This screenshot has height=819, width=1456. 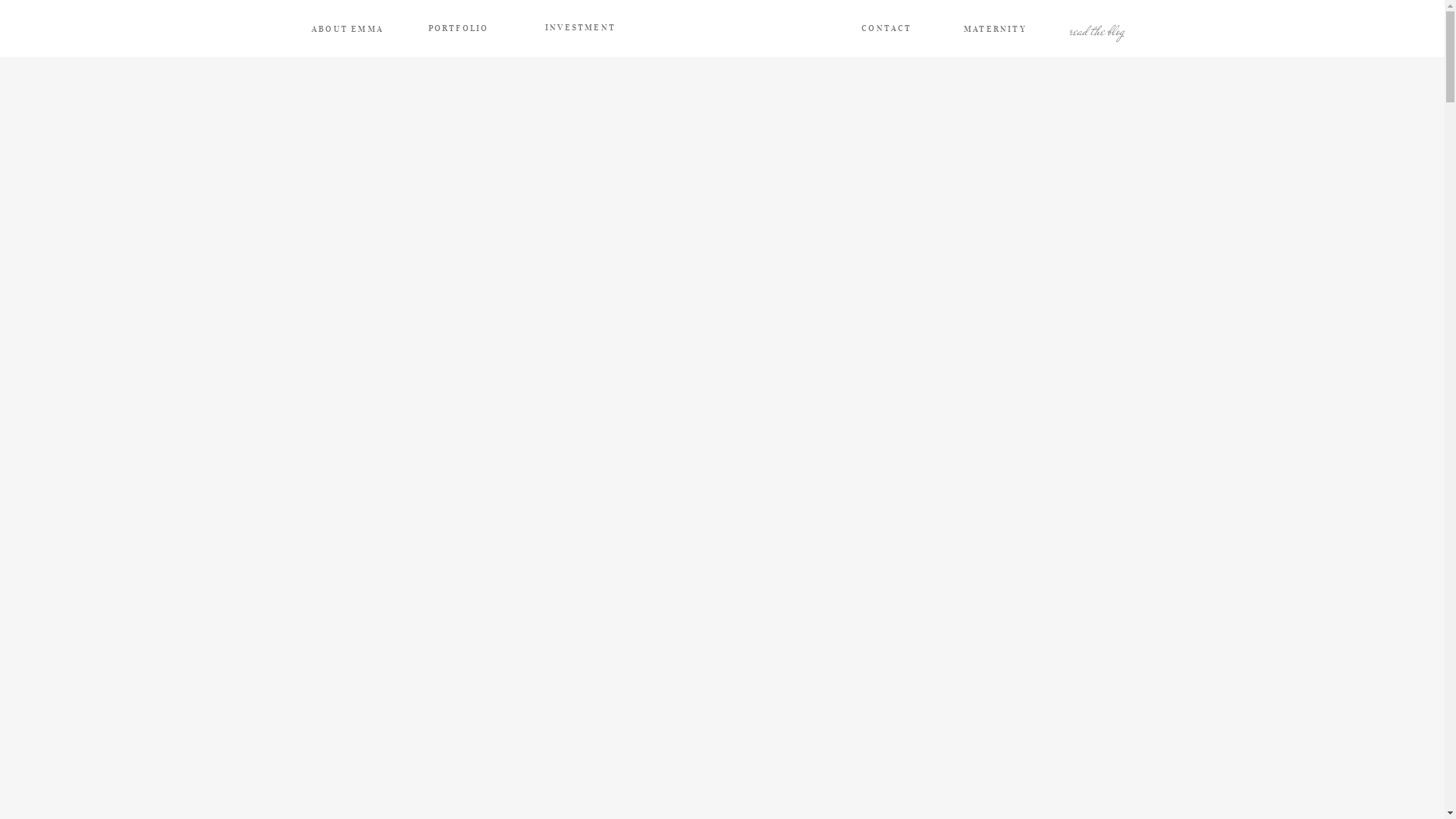 What do you see at coordinates (457, 29) in the screenshot?
I see `'PORTFOLIO'` at bounding box center [457, 29].